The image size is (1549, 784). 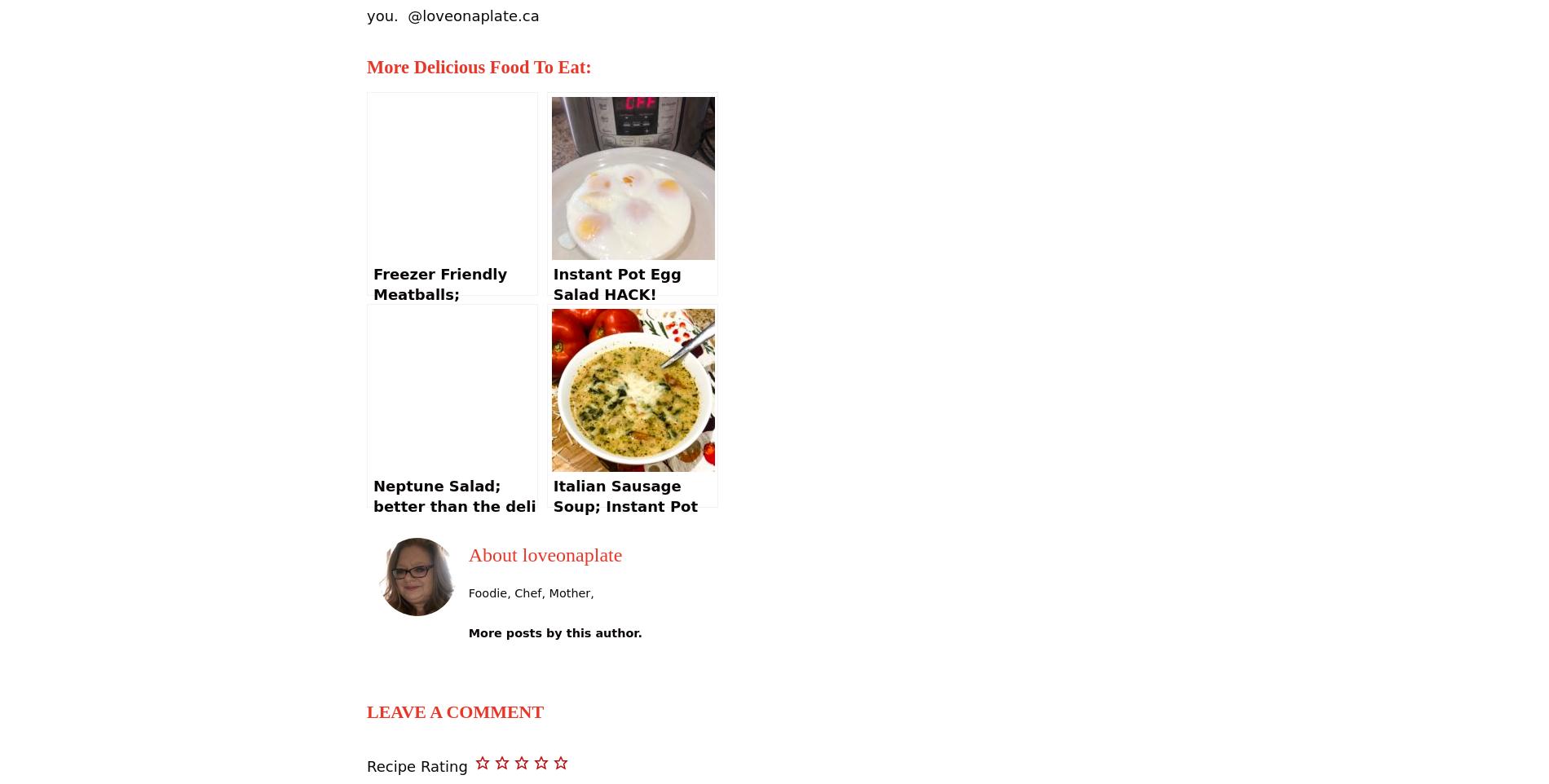 I want to click on 'Freezer Friendly Meatballs; Homemade from Scratch', so click(x=373, y=304).